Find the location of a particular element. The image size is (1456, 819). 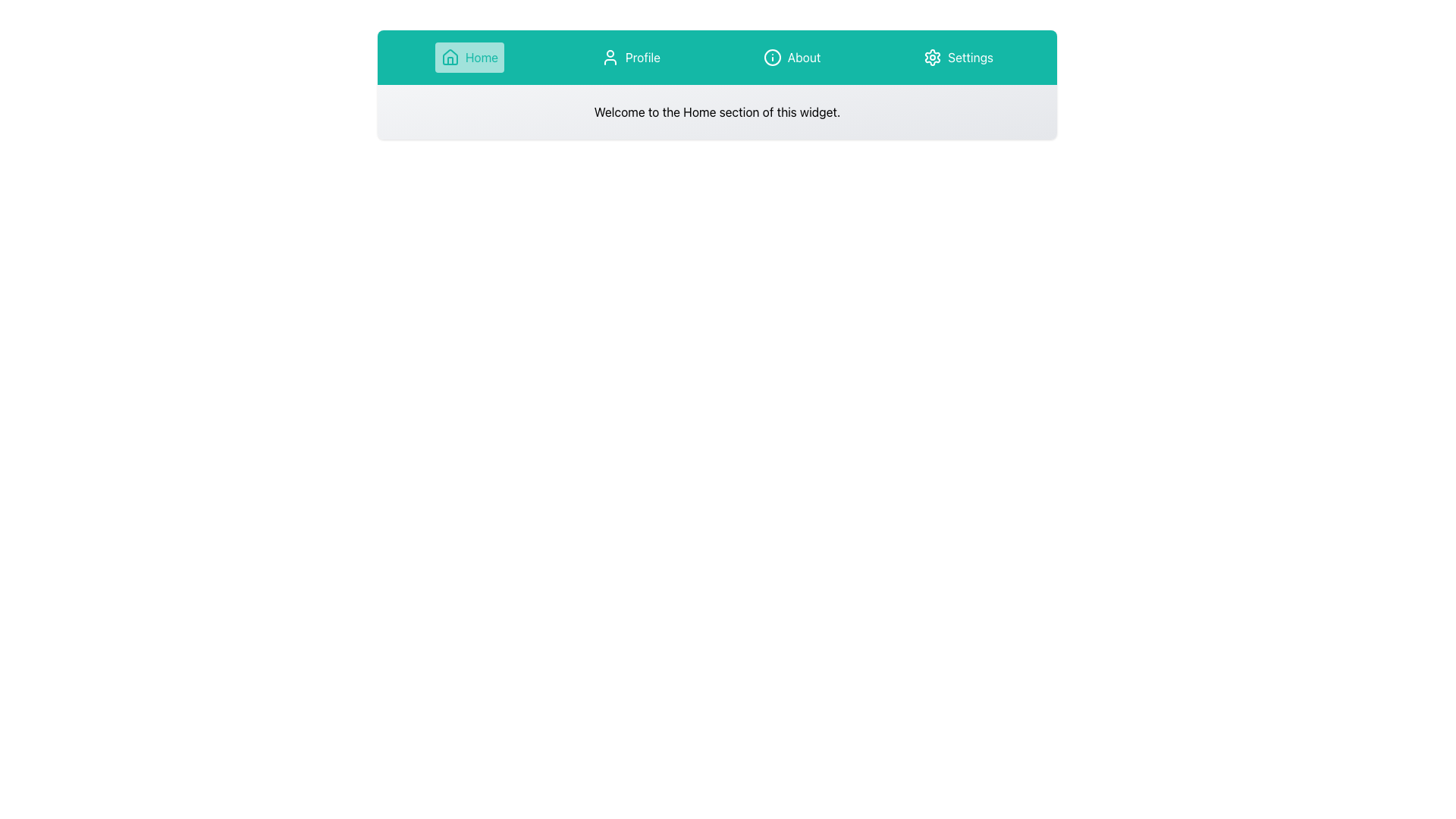

the 'Home' navigation icon is located at coordinates (449, 57).